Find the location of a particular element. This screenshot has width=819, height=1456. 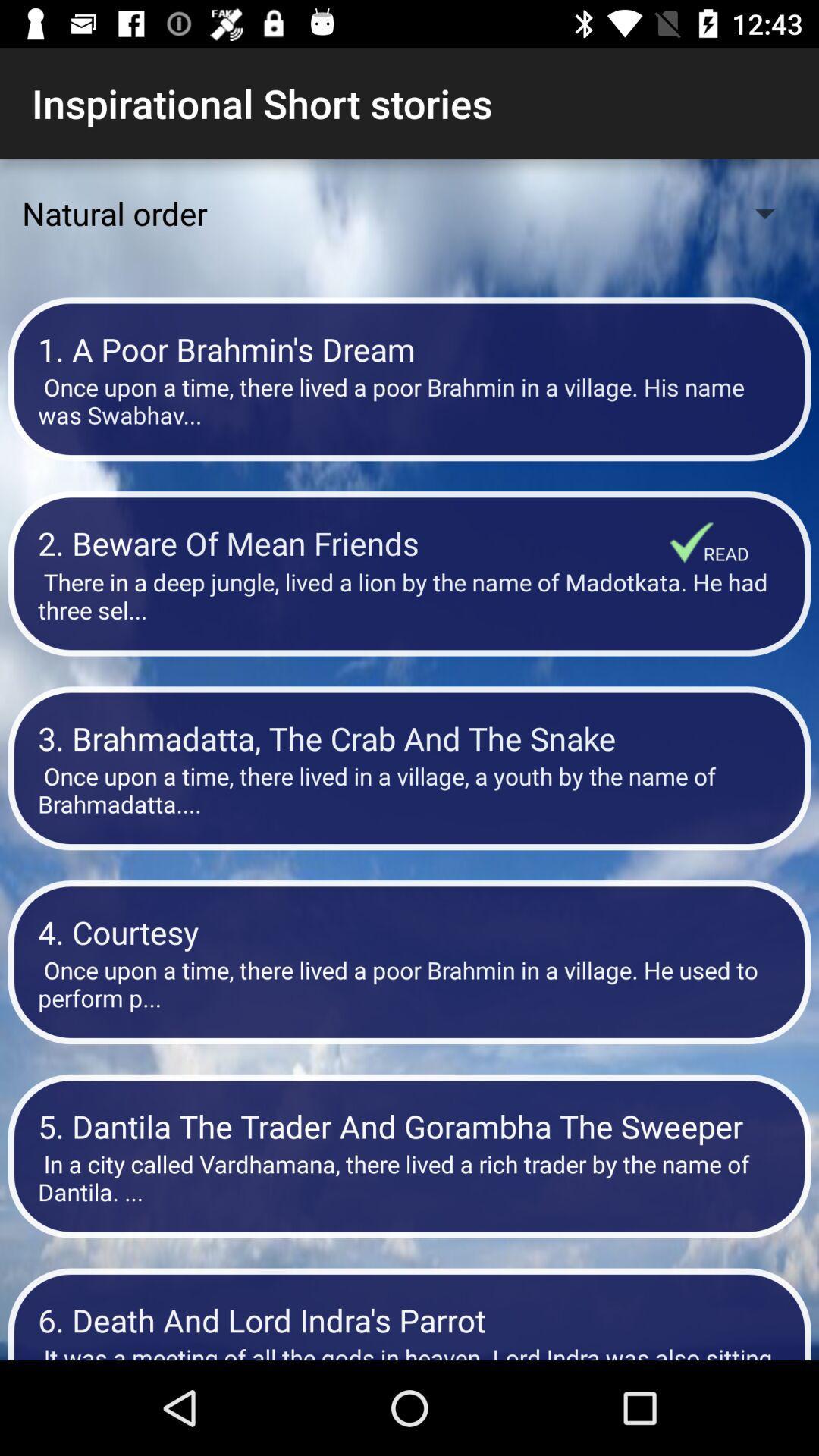

the 3 brahmadatta the item is located at coordinates (409, 738).